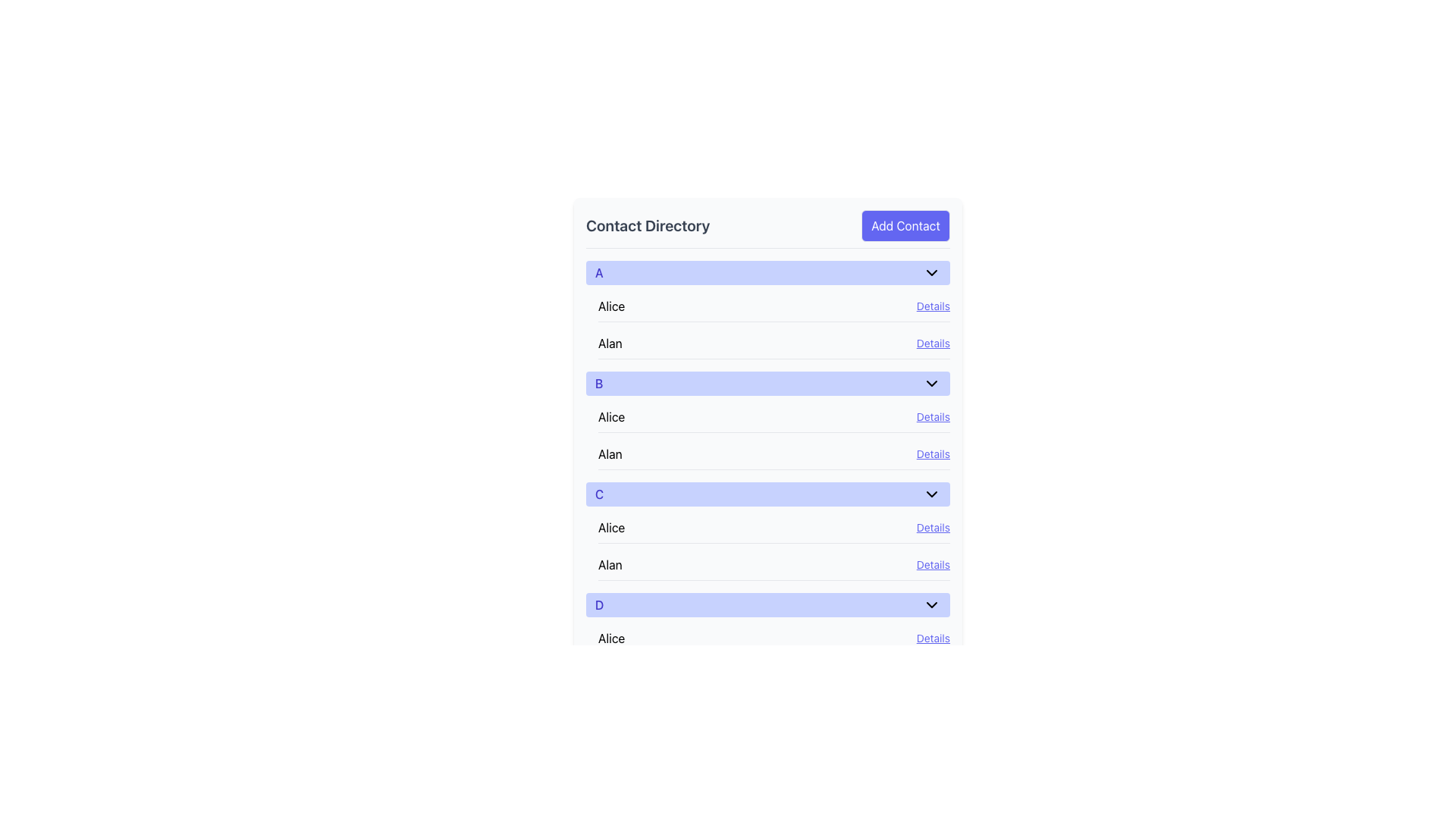 Image resolution: width=1456 pixels, height=819 pixels. Describe the element at coordinates (774, 453) in the screenshot. I see `the 'Details' link in the contact row for 'Alan'` at that location.